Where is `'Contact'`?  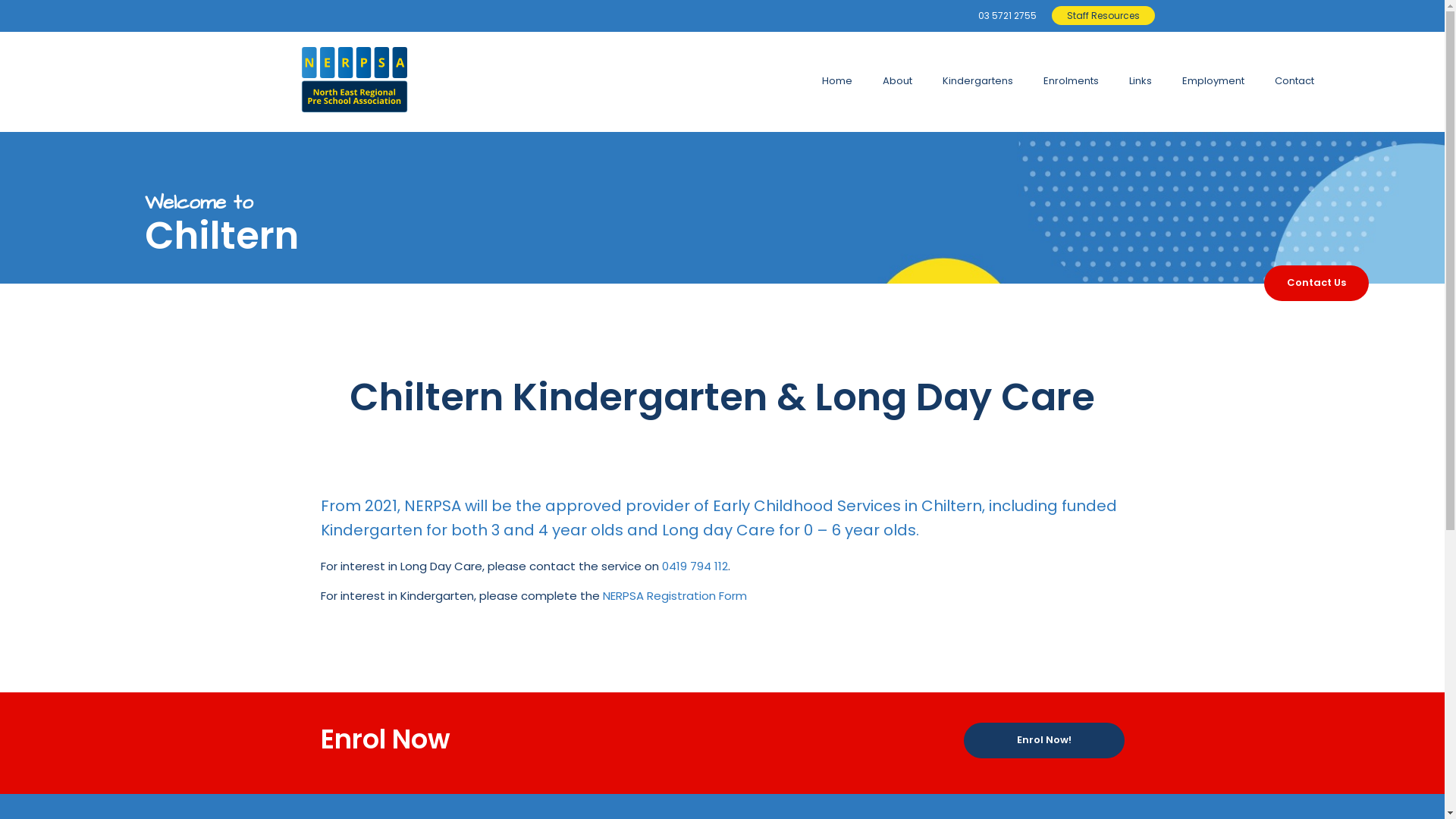
'Contact' is located at coordinates (1259, 80).